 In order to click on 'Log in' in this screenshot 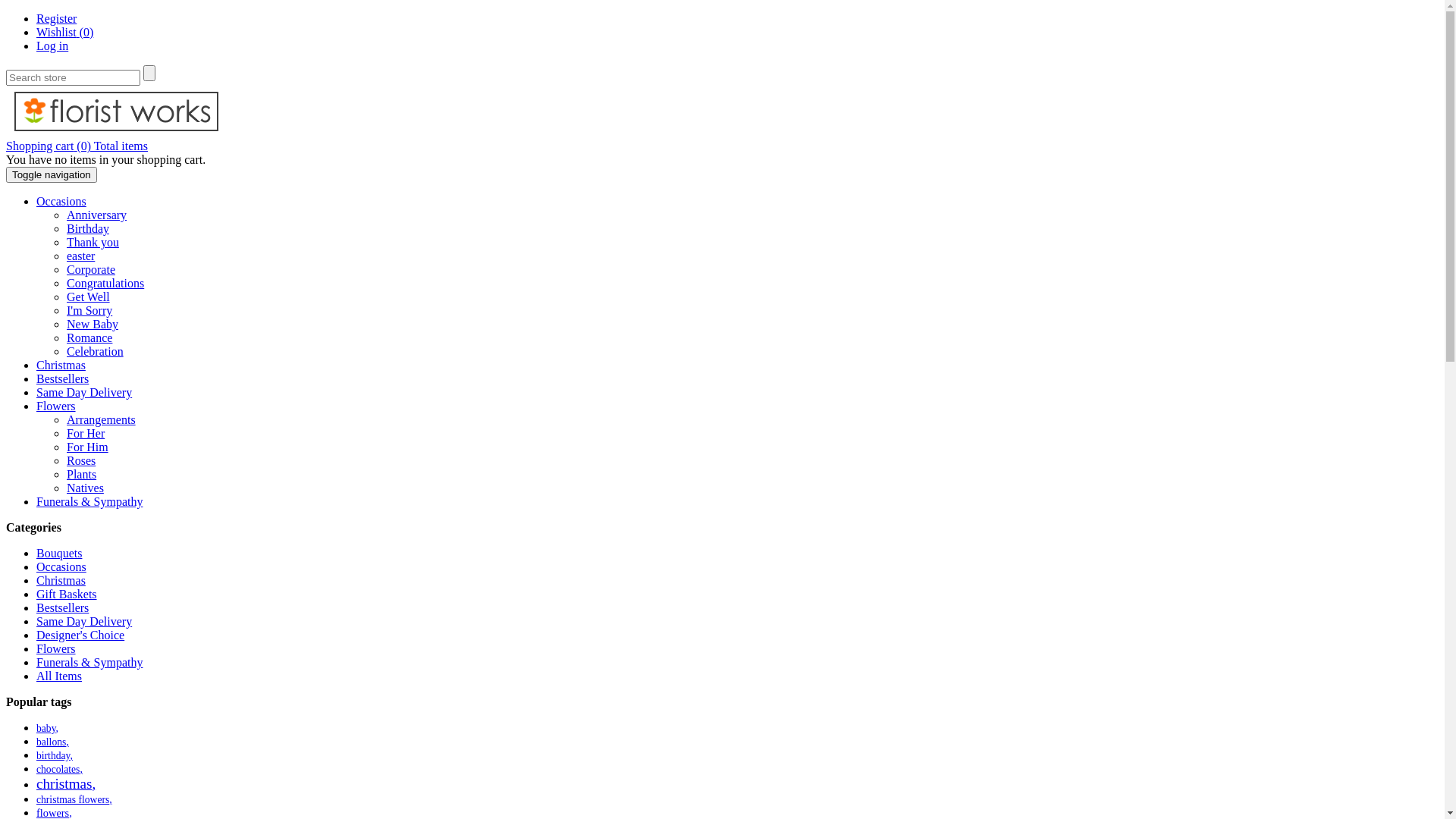, I will do `click(52, 45)`.